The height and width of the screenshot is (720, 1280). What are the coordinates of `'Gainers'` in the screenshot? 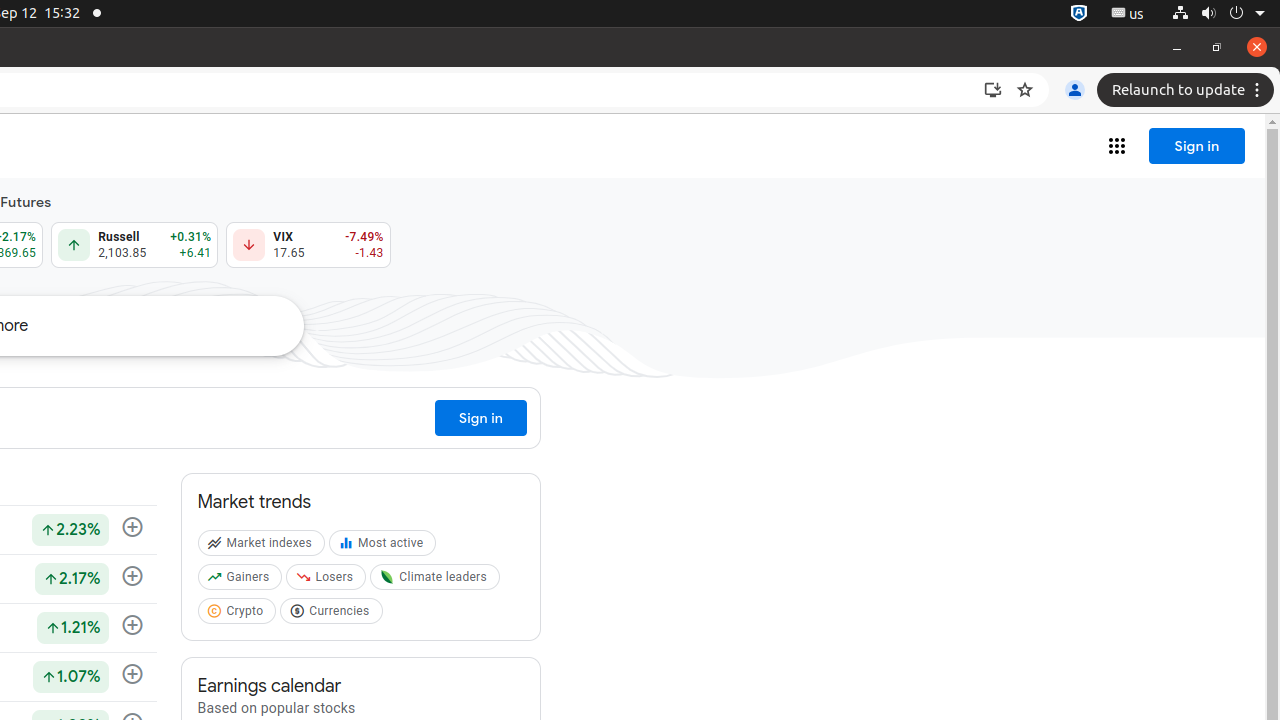 It's located at (241, 580).